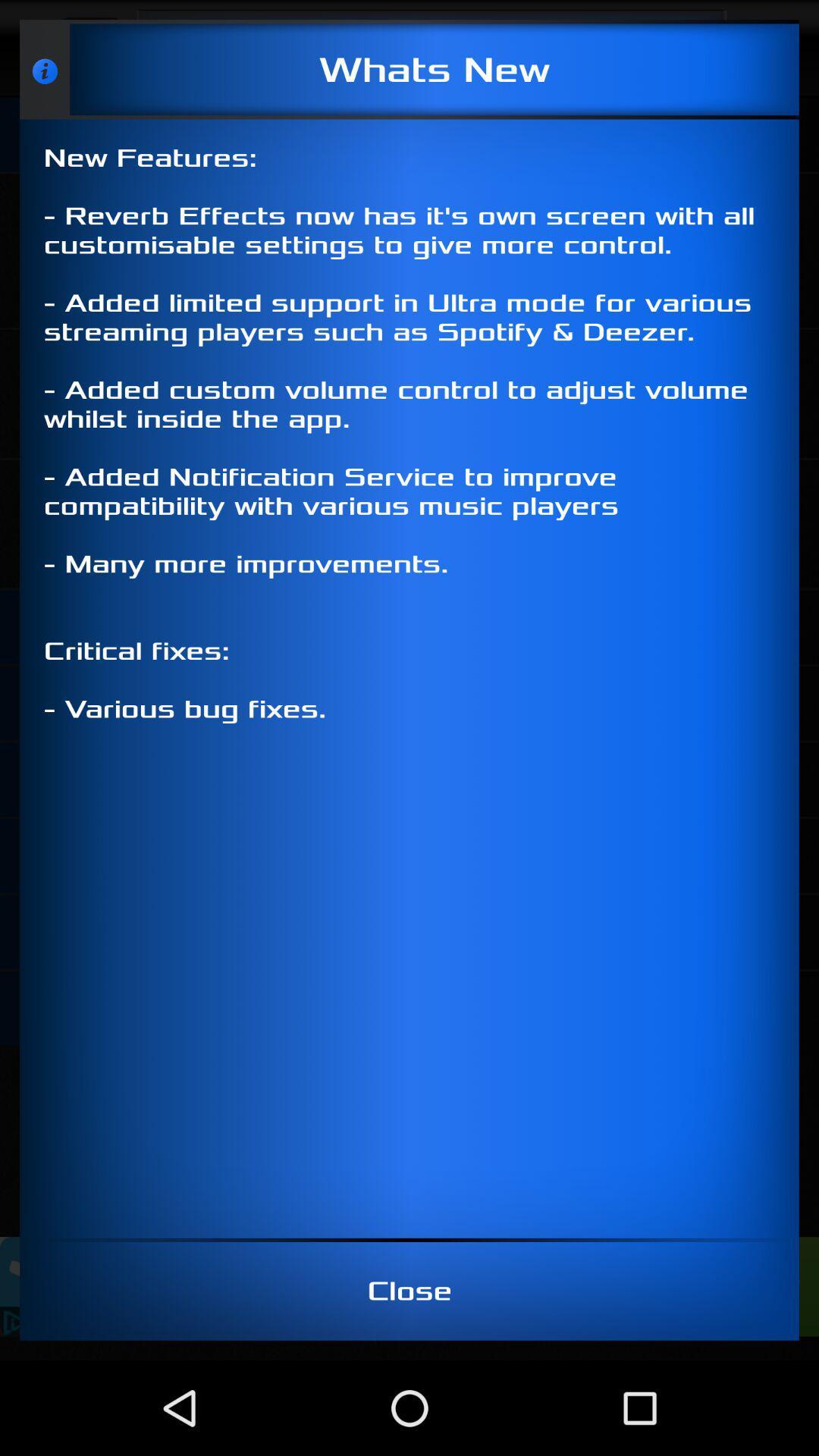  I want to click on new features reverb icon, so click(409, 678).